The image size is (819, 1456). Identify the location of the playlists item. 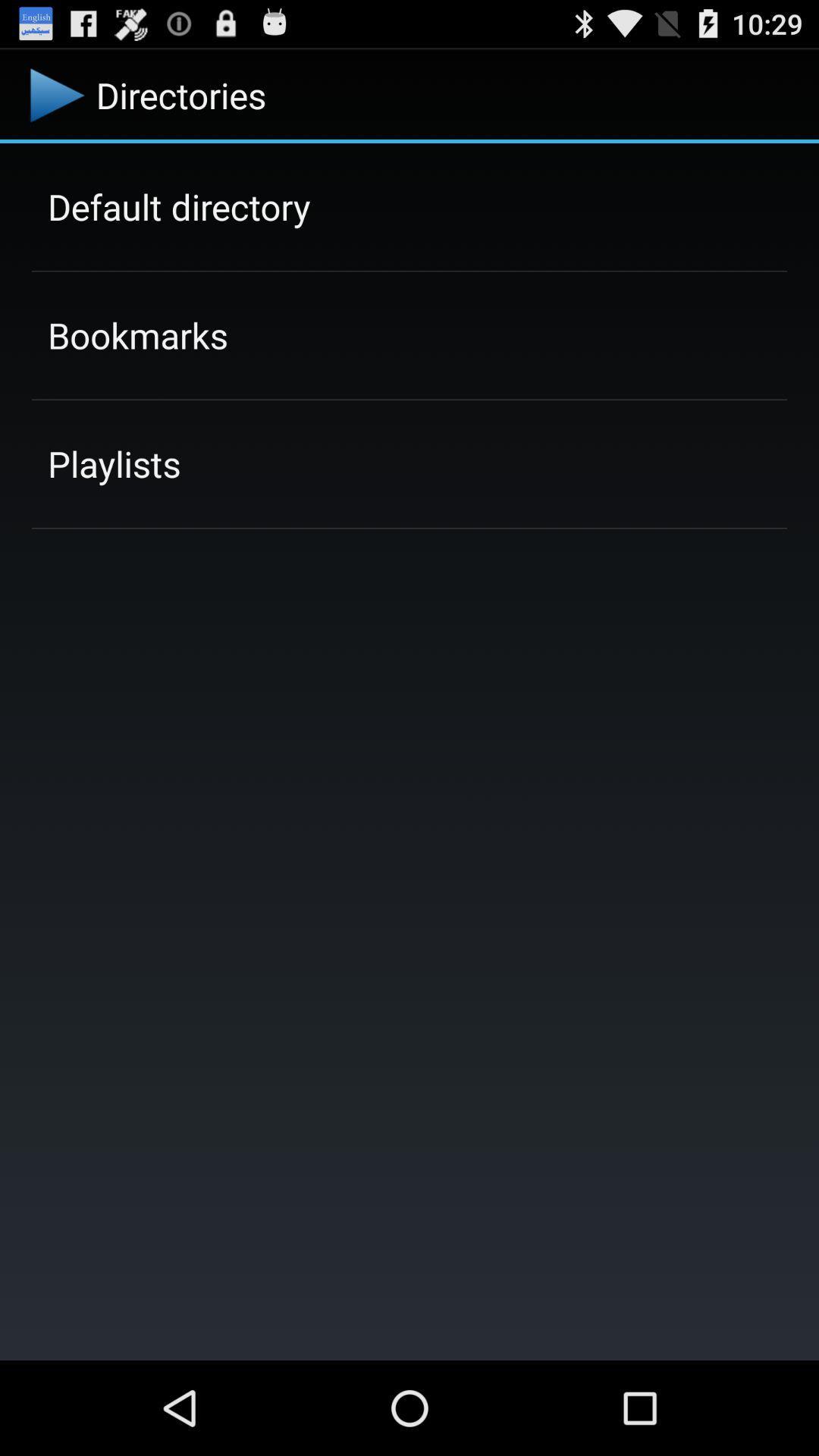
(113, 463).